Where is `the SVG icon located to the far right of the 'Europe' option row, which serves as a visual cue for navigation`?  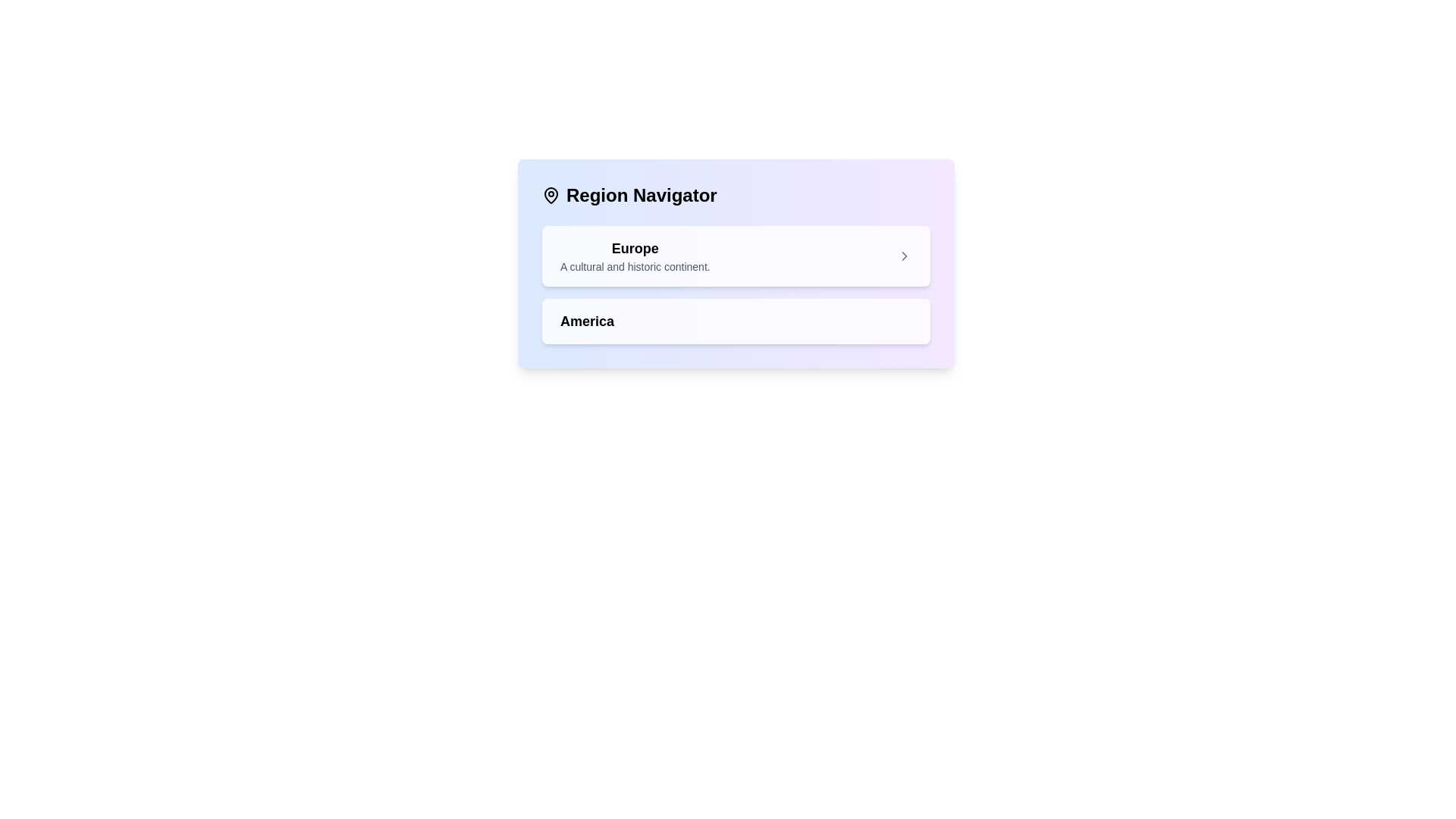
the SVG icon located to the far right of the 'Europe' option row, which serves as a visual cue for navigation is located at coordinates (905, 256).